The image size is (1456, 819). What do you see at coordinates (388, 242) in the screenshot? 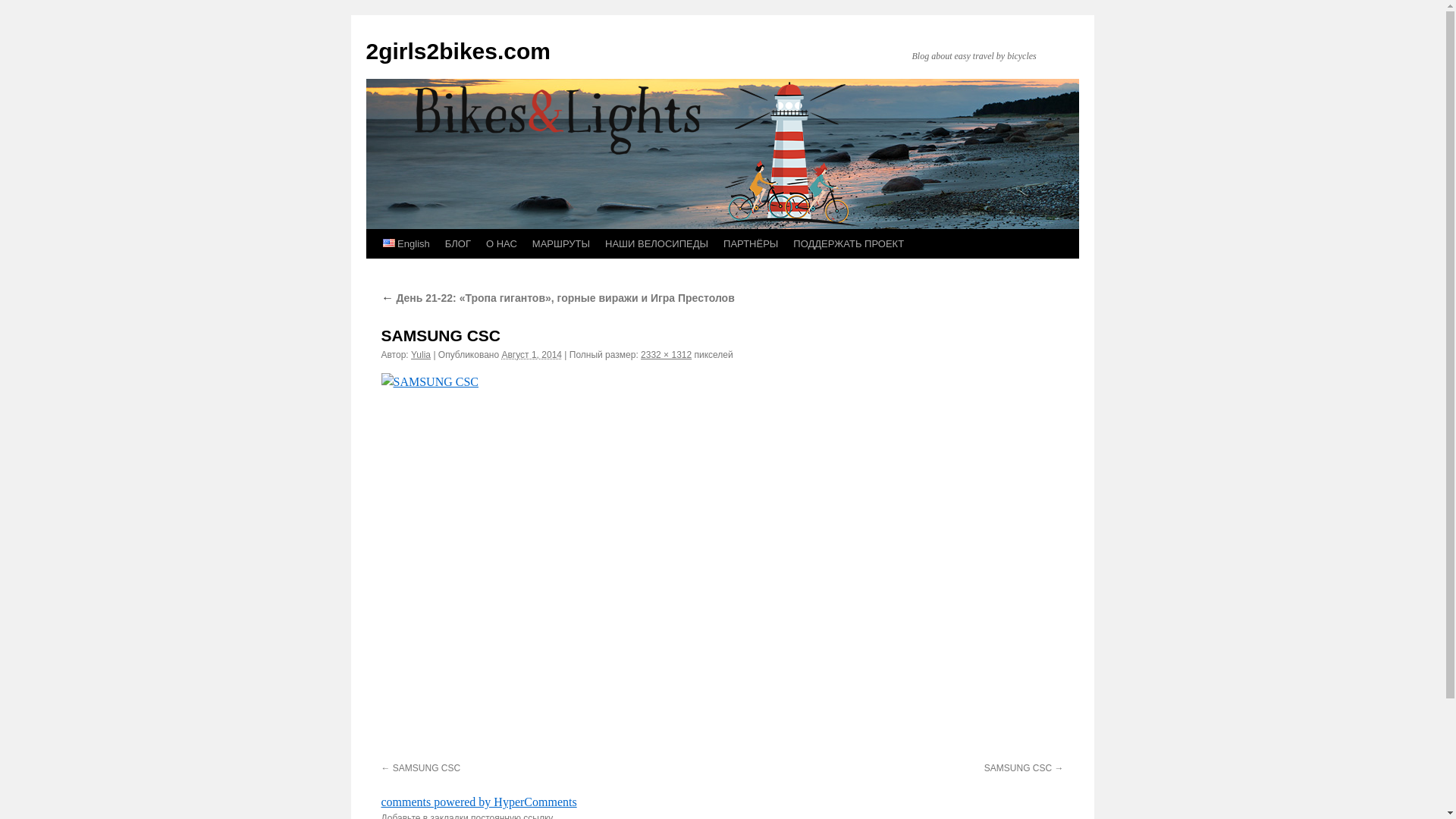
I see `'English'` at bounding box center [388, 242].